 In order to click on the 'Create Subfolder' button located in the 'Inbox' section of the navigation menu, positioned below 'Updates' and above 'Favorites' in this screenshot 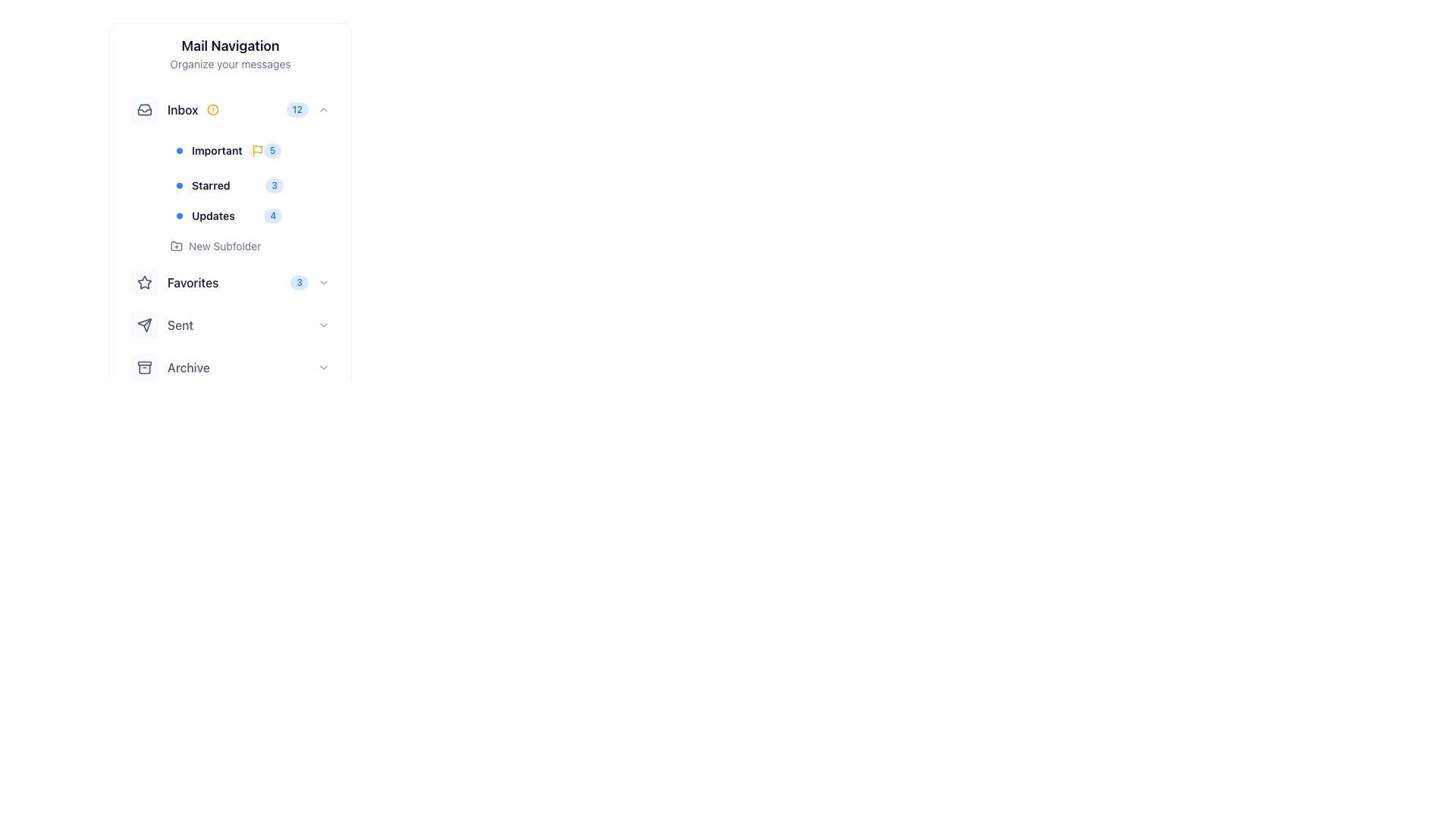, I will do `click(248, 245)`.